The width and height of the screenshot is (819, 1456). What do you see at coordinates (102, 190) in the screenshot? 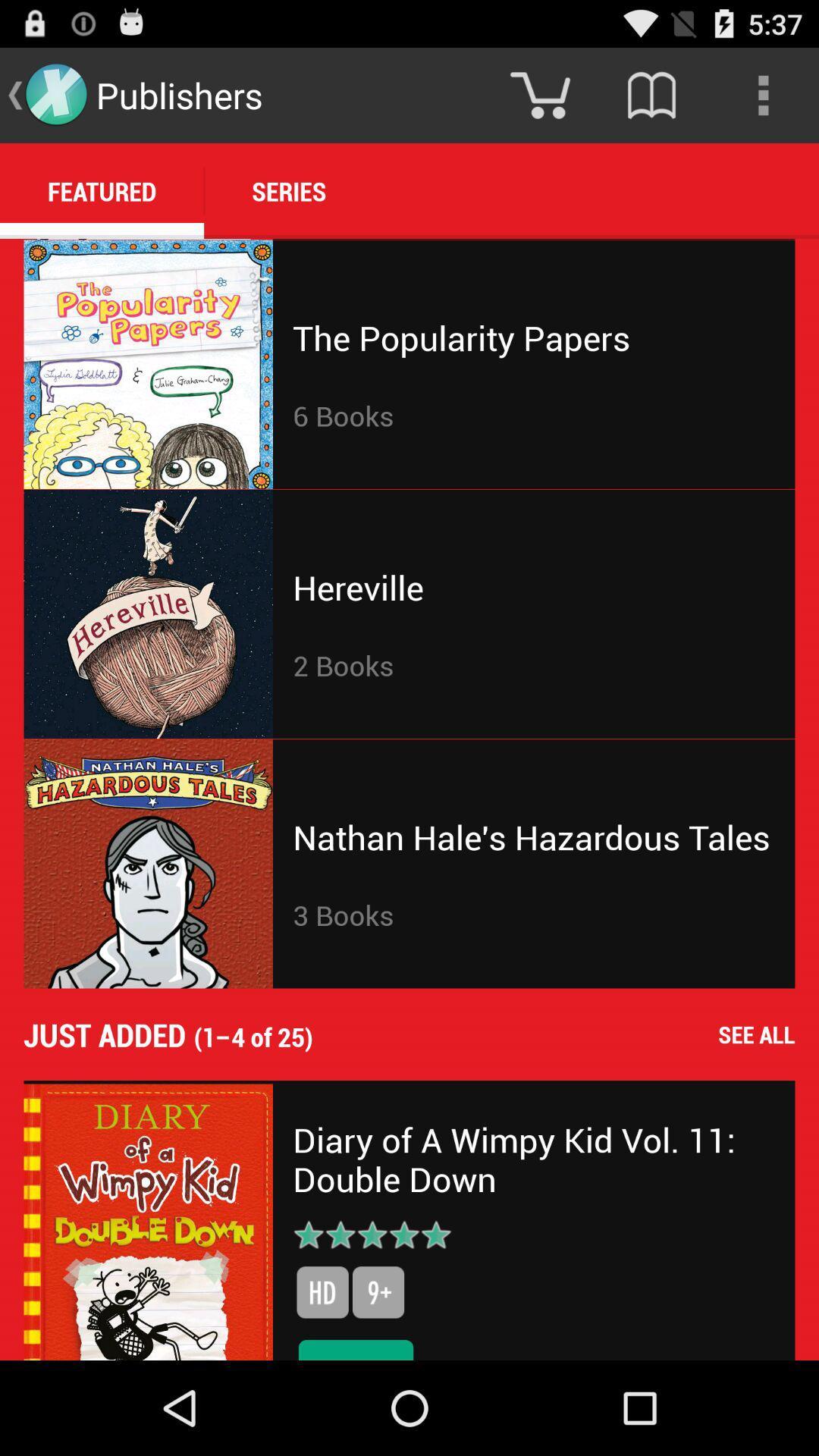
I see `item to the left of the series icon` at bounding box center [102, 190].